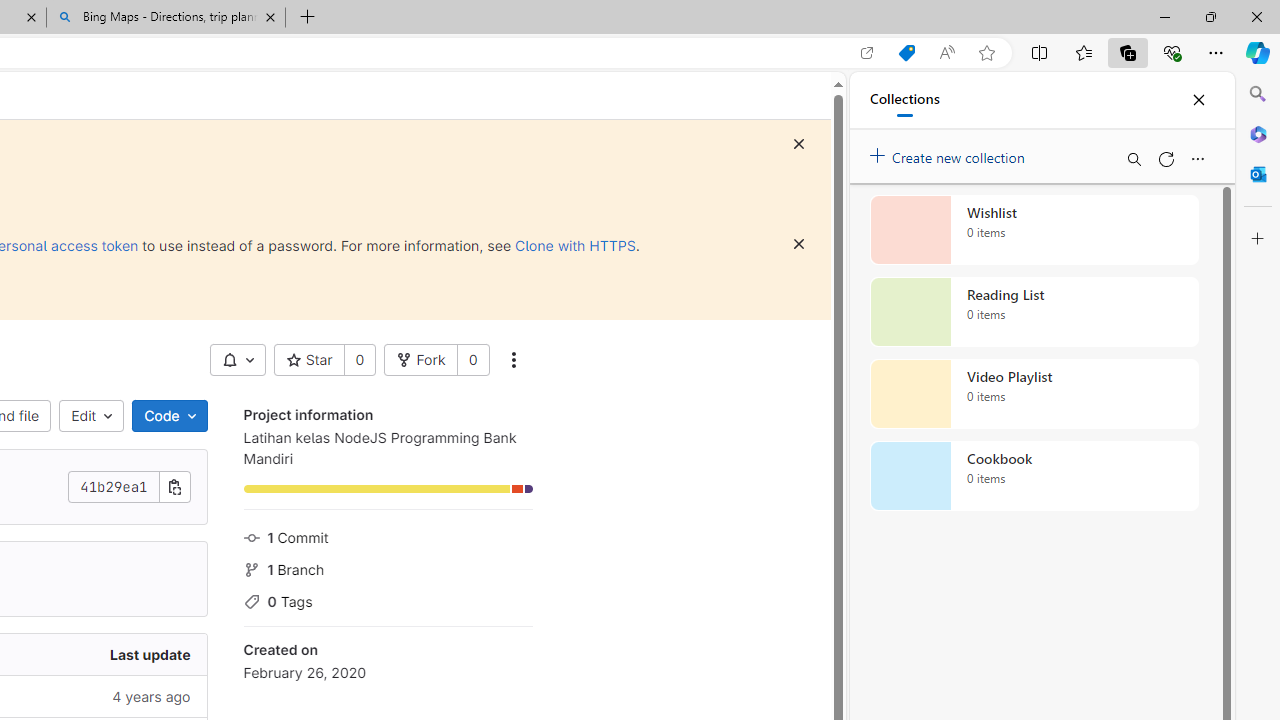  I want to click on 'Fork', so click(420, 360).